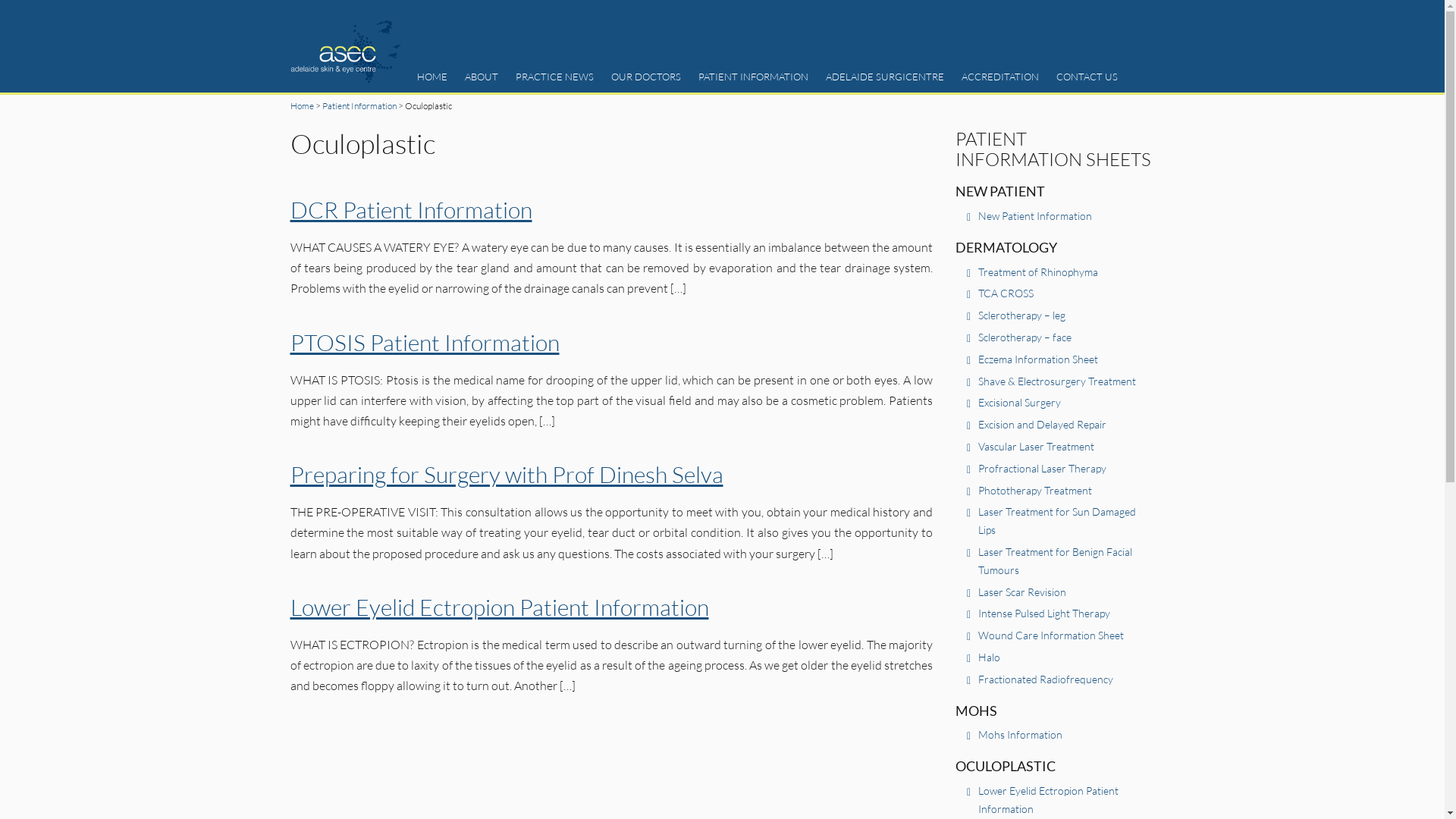 Image resolution: width=1456 pixels, height=819 pixels. What do you see at coordinates (690, 76) in the screenshot?
I see `'PATIENT INFORMATION'` at bounding box center [690, 76].